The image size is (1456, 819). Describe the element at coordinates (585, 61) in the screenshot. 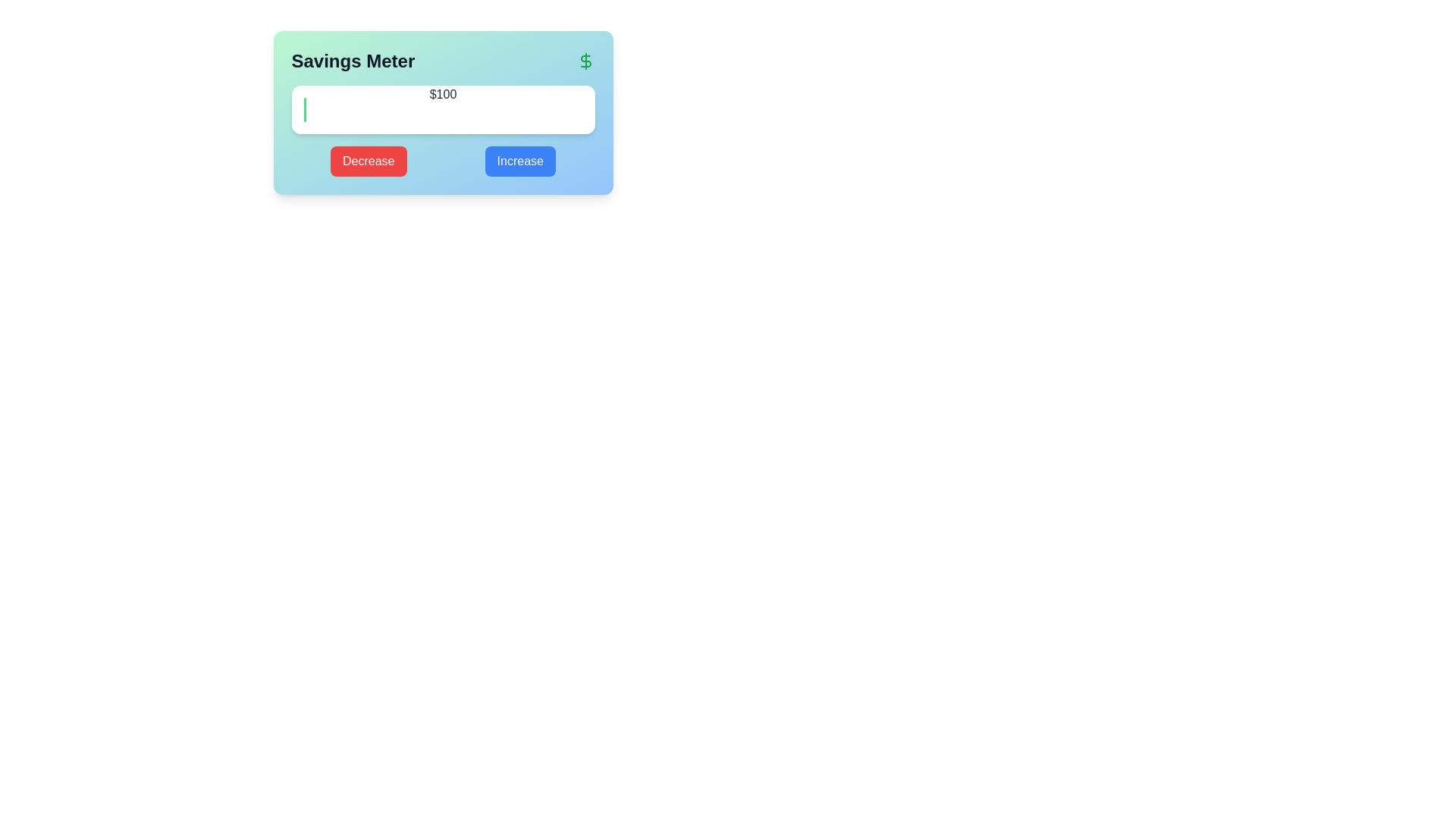

I see `the prominent green dollar sign icon located in the top right corner of the 'Savings Meter' box` at that location.